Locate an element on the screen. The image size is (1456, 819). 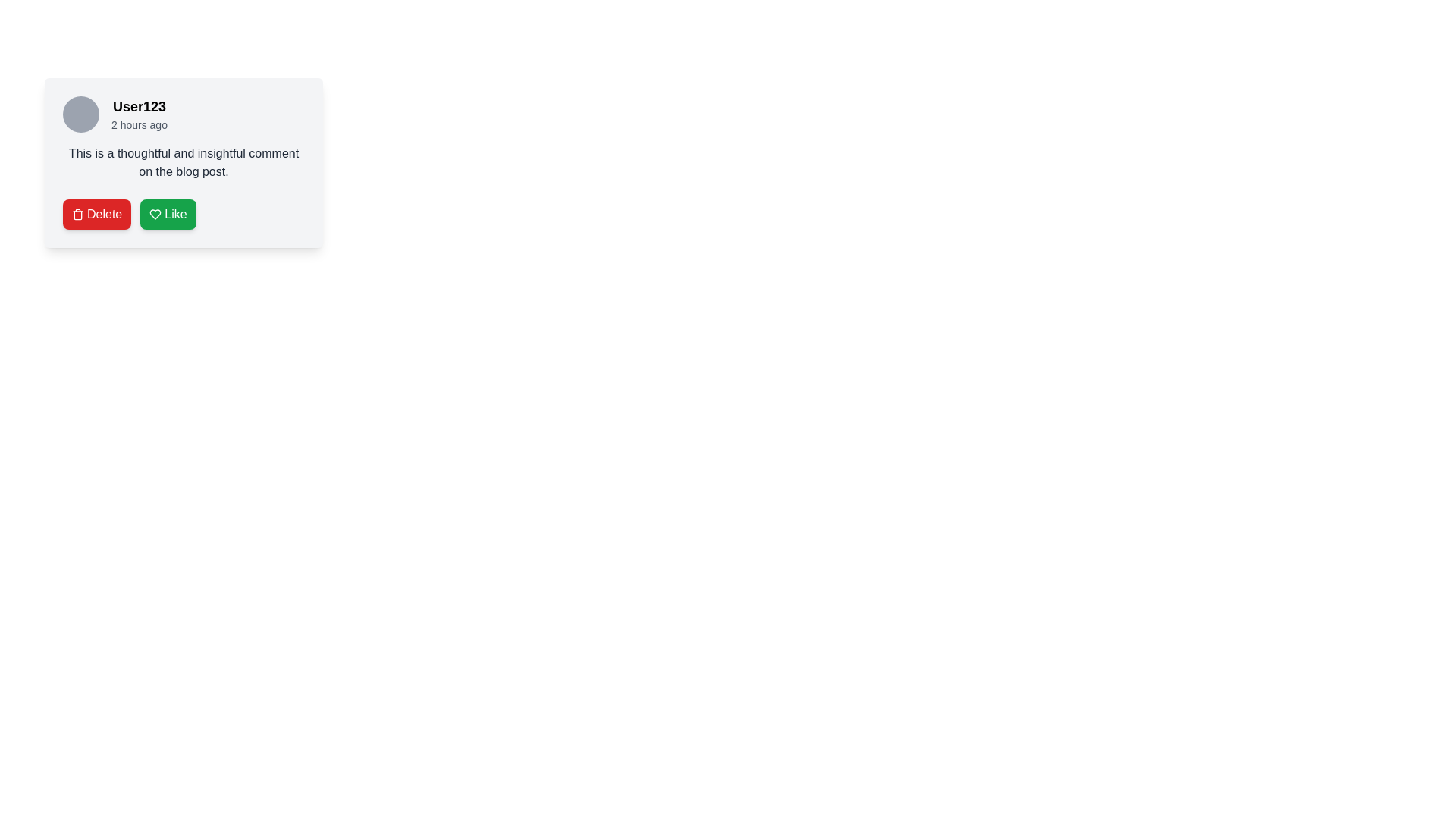
the 'like' icon located in the bottom right corner of the user comment card is located at coordinates (155, 214).